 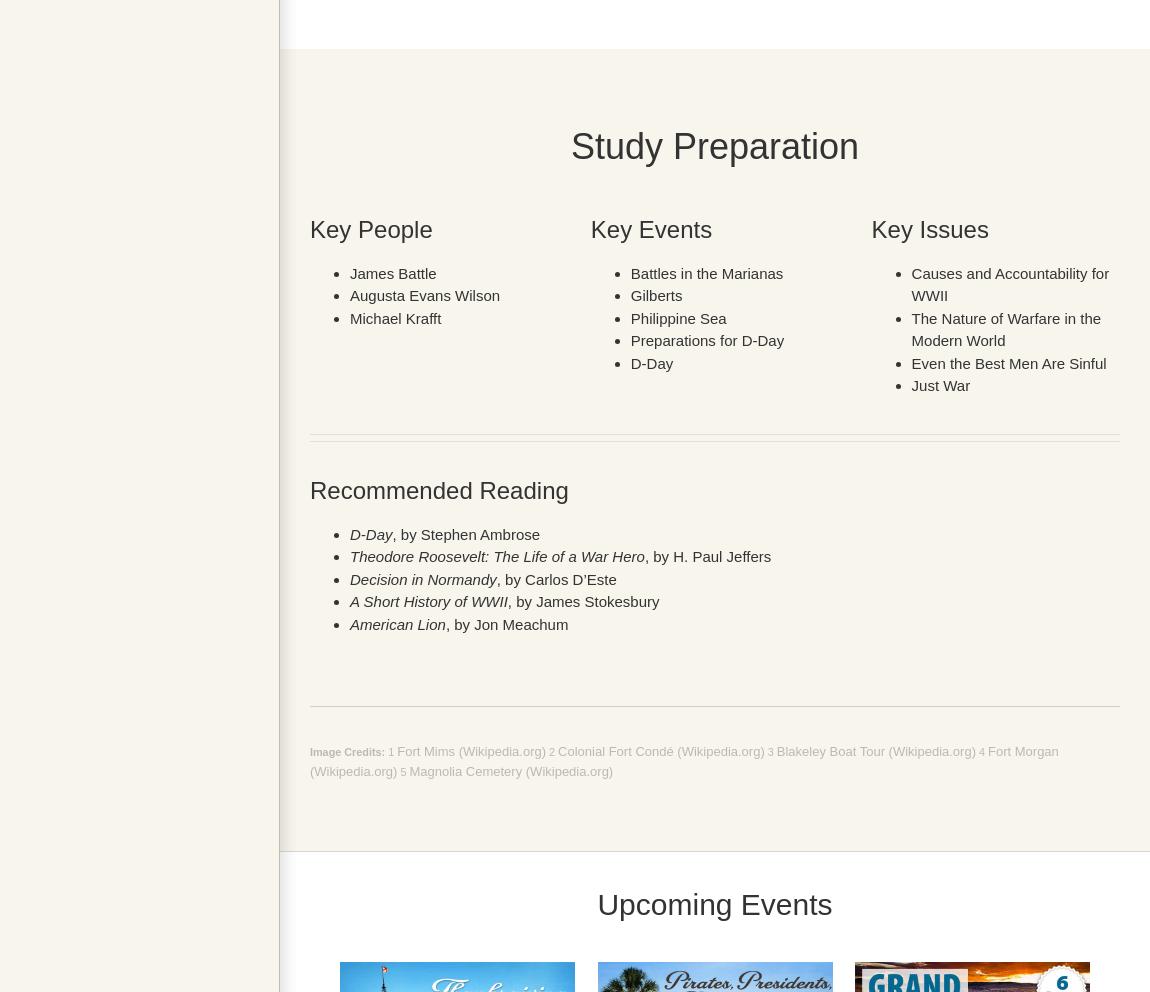 I want to click on 'Augusta Evans Wilson', so click(x=425, y=295).